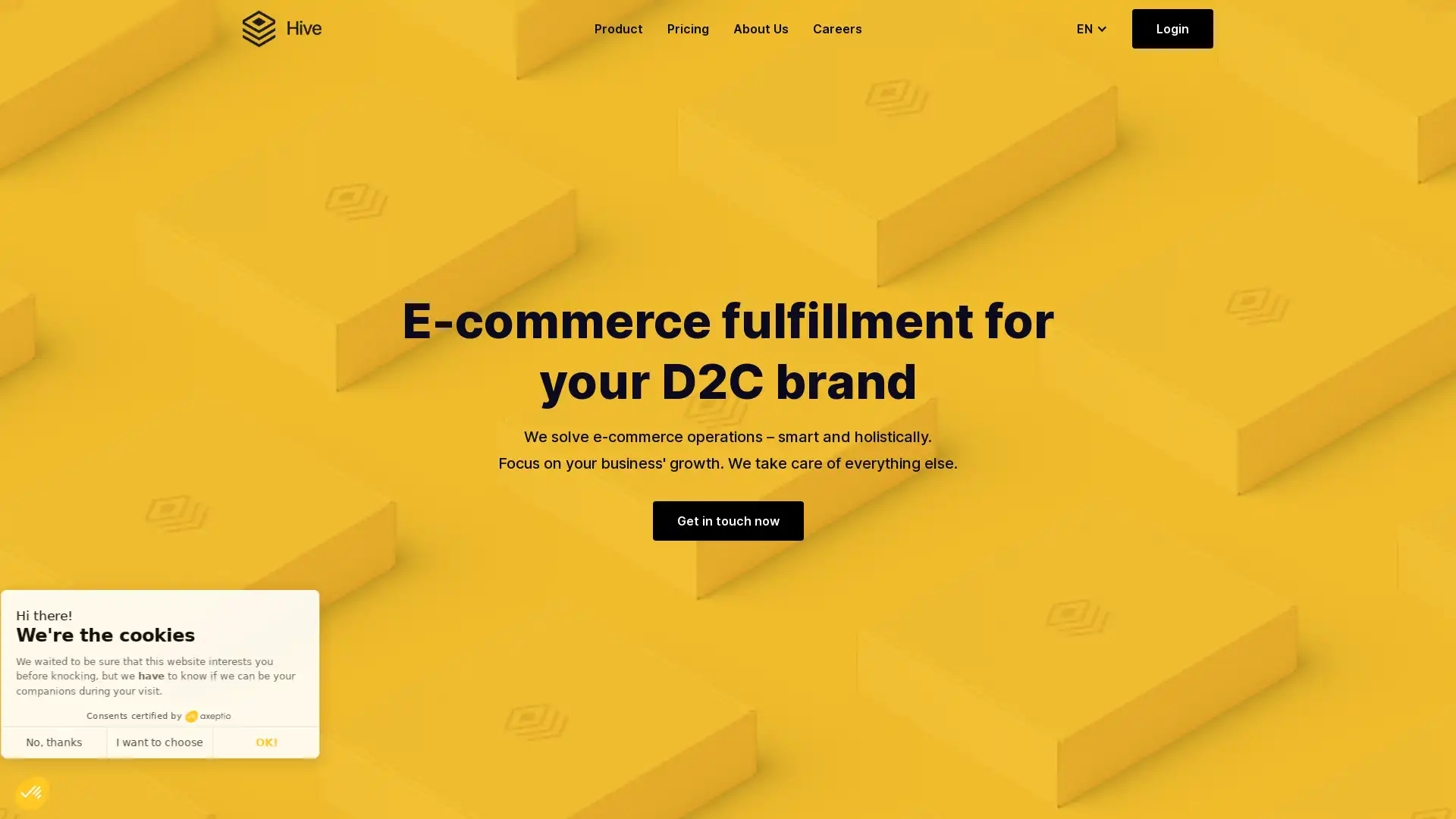 This screenshot has height=819, width=1456. I want to click on I want to choose, so click(174, 742).